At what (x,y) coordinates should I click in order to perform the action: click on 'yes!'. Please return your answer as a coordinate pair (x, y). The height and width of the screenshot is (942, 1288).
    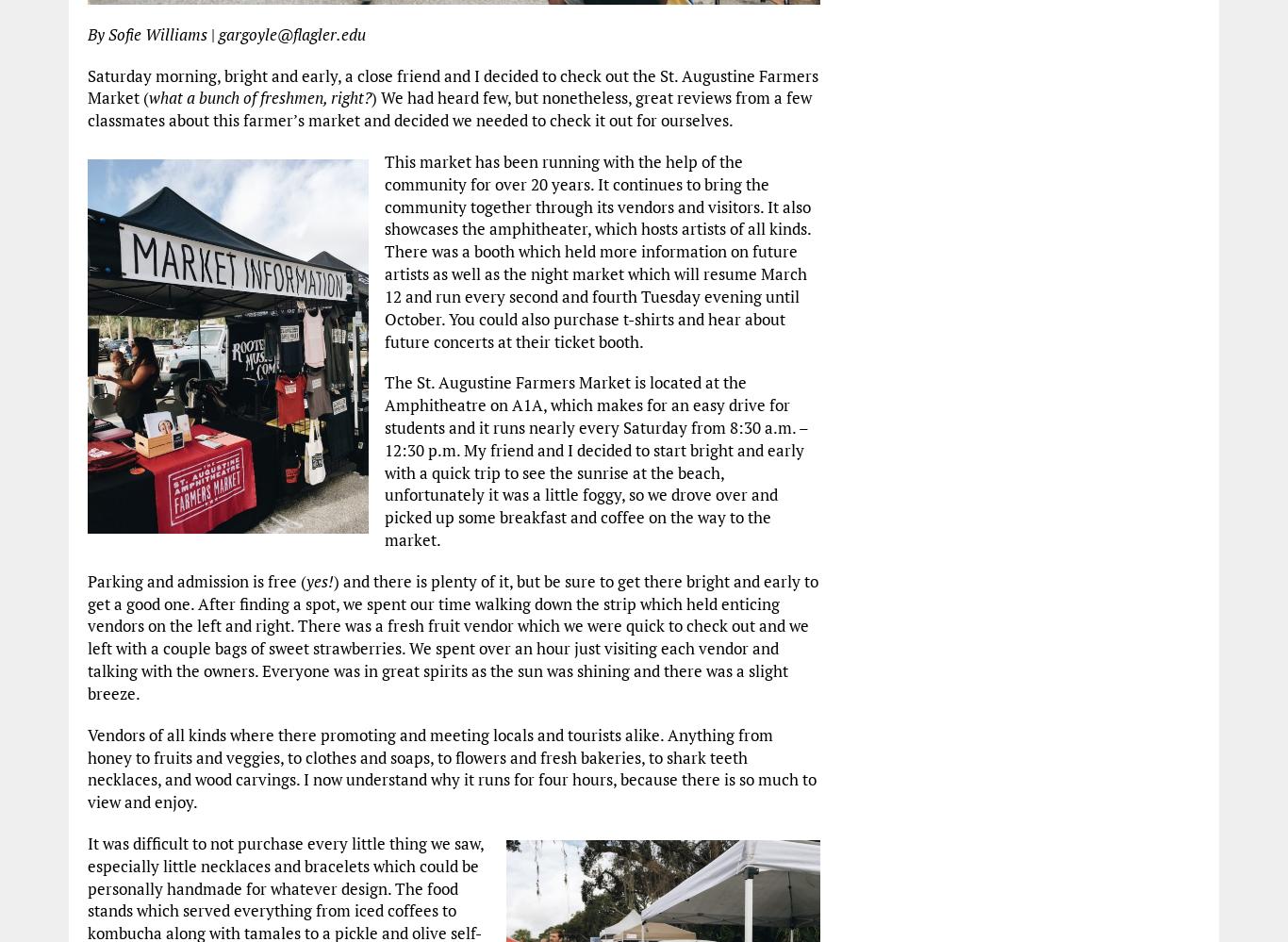
    Looking at the image, I should click on (305, 579).